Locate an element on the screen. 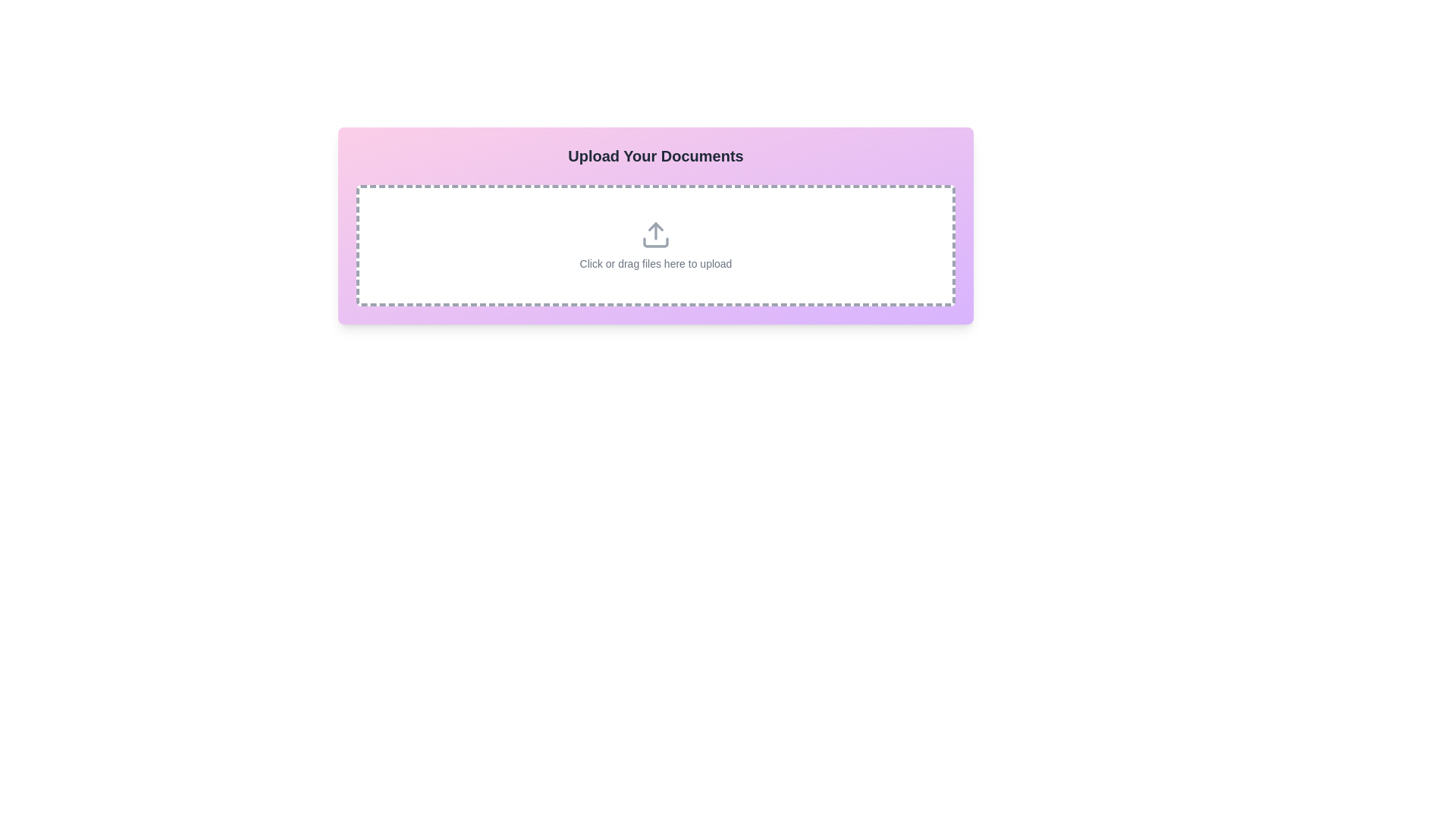  the interactive dropzone area with a dashed border and a gray upload icon, located below the title 'Upload Your Documents' is located at coordinates (655, 245).